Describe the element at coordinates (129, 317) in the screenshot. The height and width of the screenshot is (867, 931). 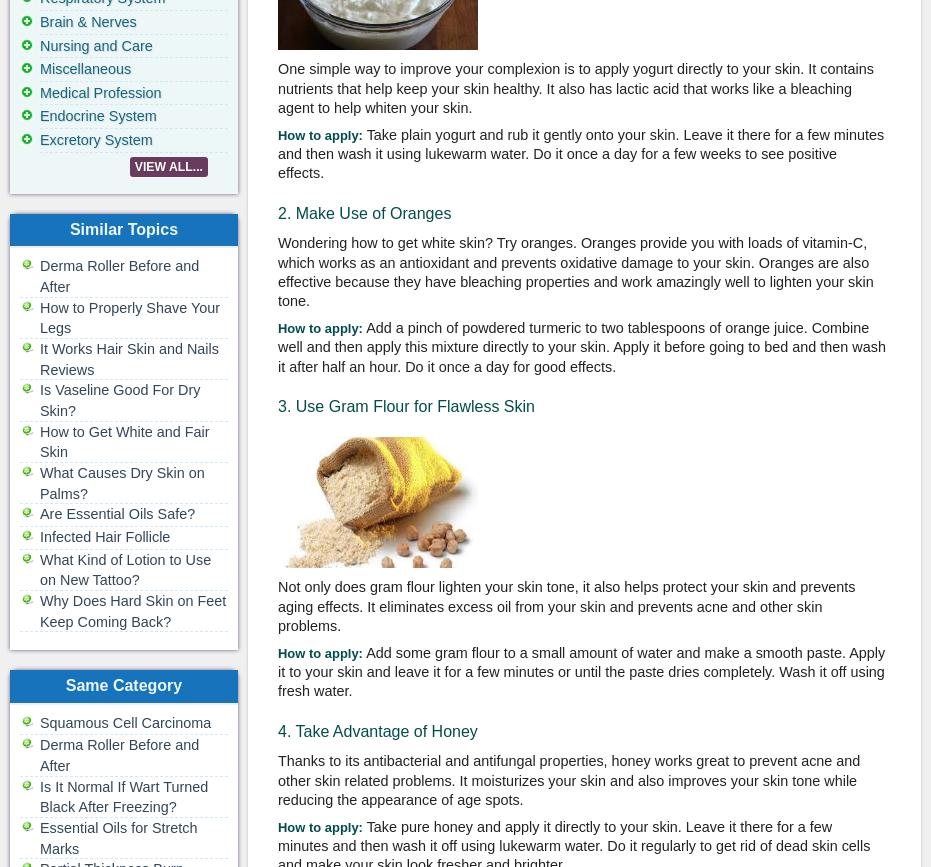
I see `'How to Properly Shave Your Legs'` at that location.